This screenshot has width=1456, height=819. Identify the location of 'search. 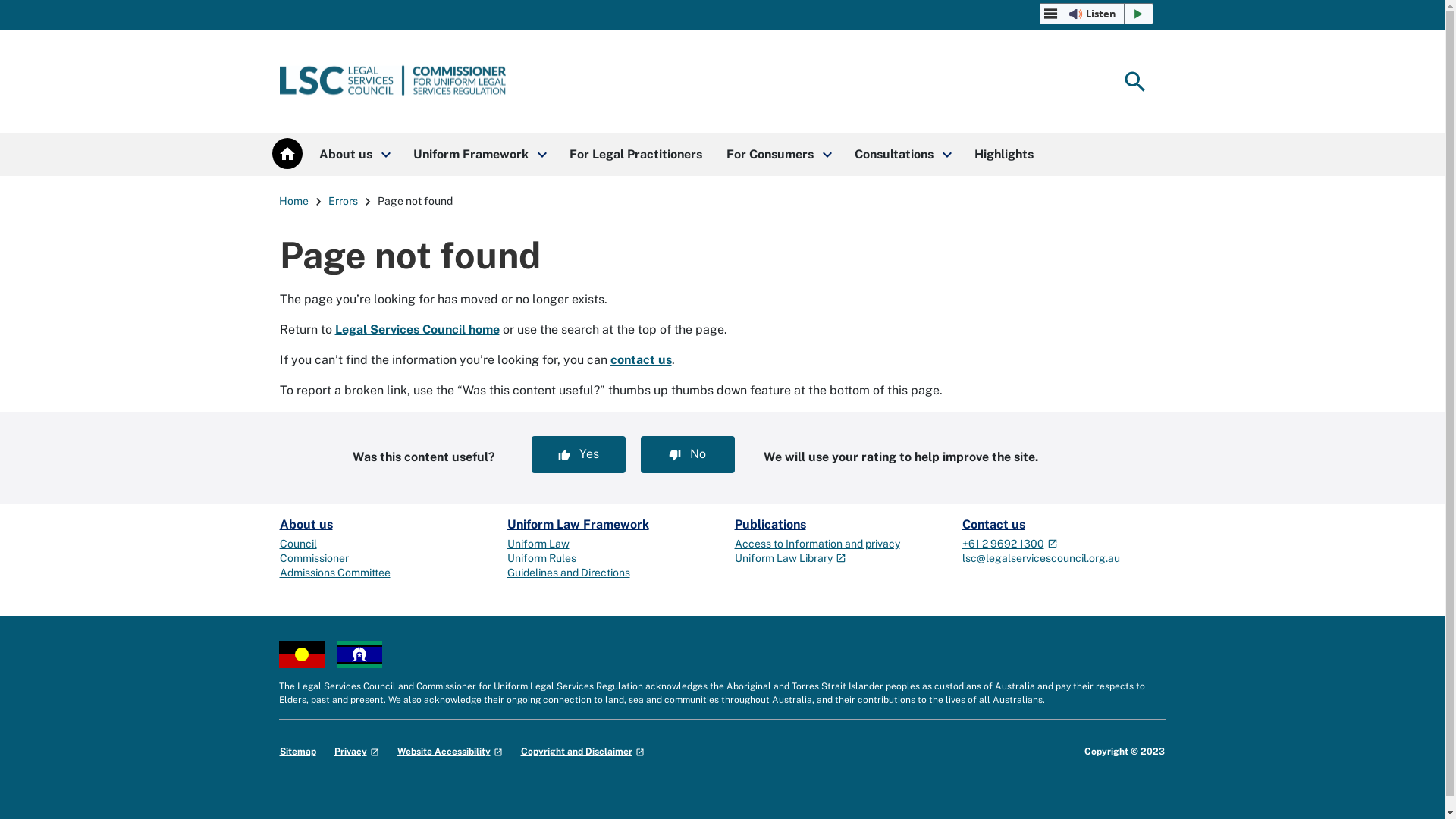
(1116, 82).